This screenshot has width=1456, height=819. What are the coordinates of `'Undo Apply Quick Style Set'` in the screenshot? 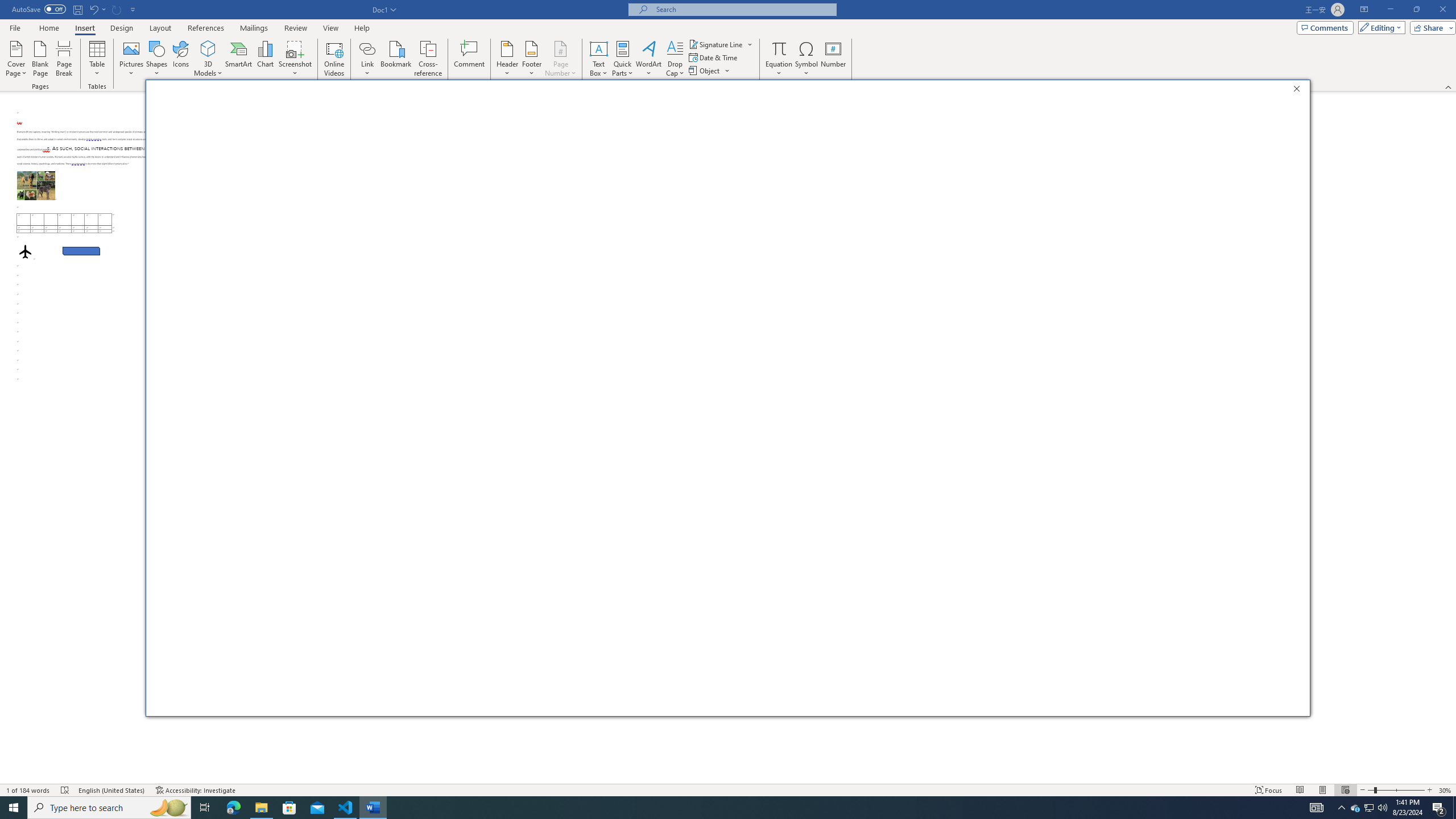 It's located at (93, 9).